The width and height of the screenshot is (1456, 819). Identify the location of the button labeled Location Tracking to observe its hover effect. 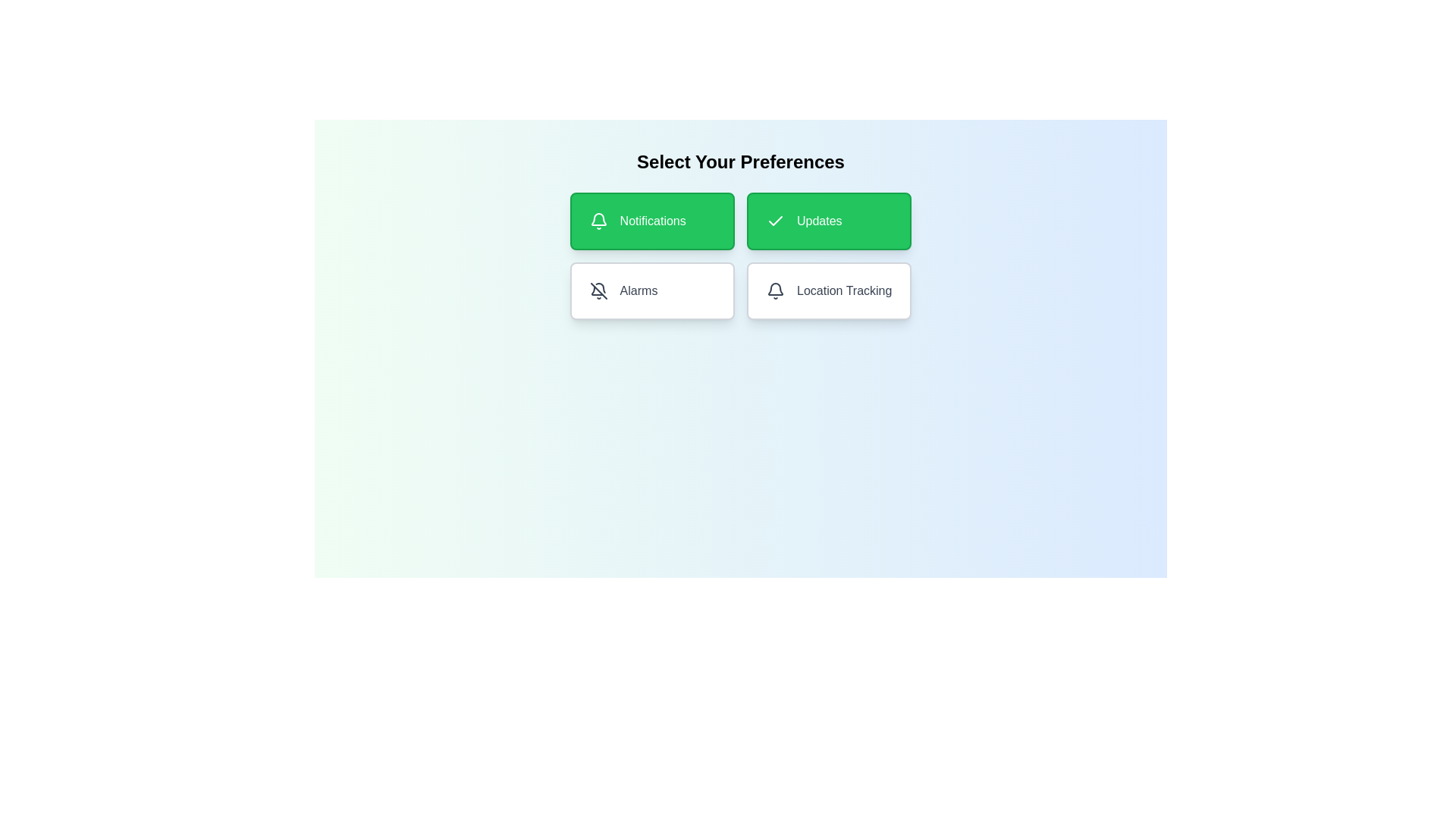
(829, 291).